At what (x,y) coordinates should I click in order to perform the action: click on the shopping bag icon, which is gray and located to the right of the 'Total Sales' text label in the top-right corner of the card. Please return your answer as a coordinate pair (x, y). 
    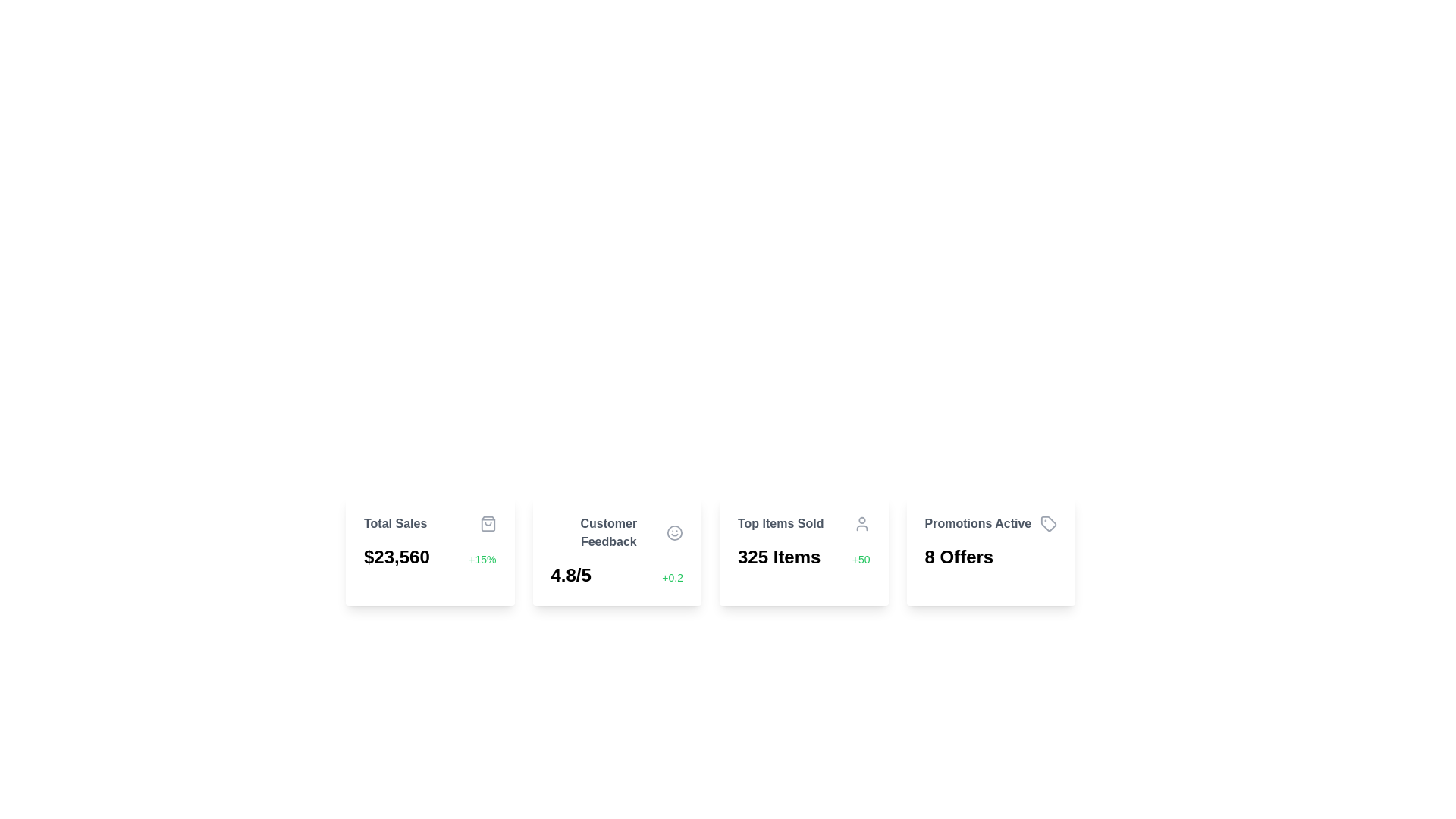
    Looking at the image, I should click on (488, 522).